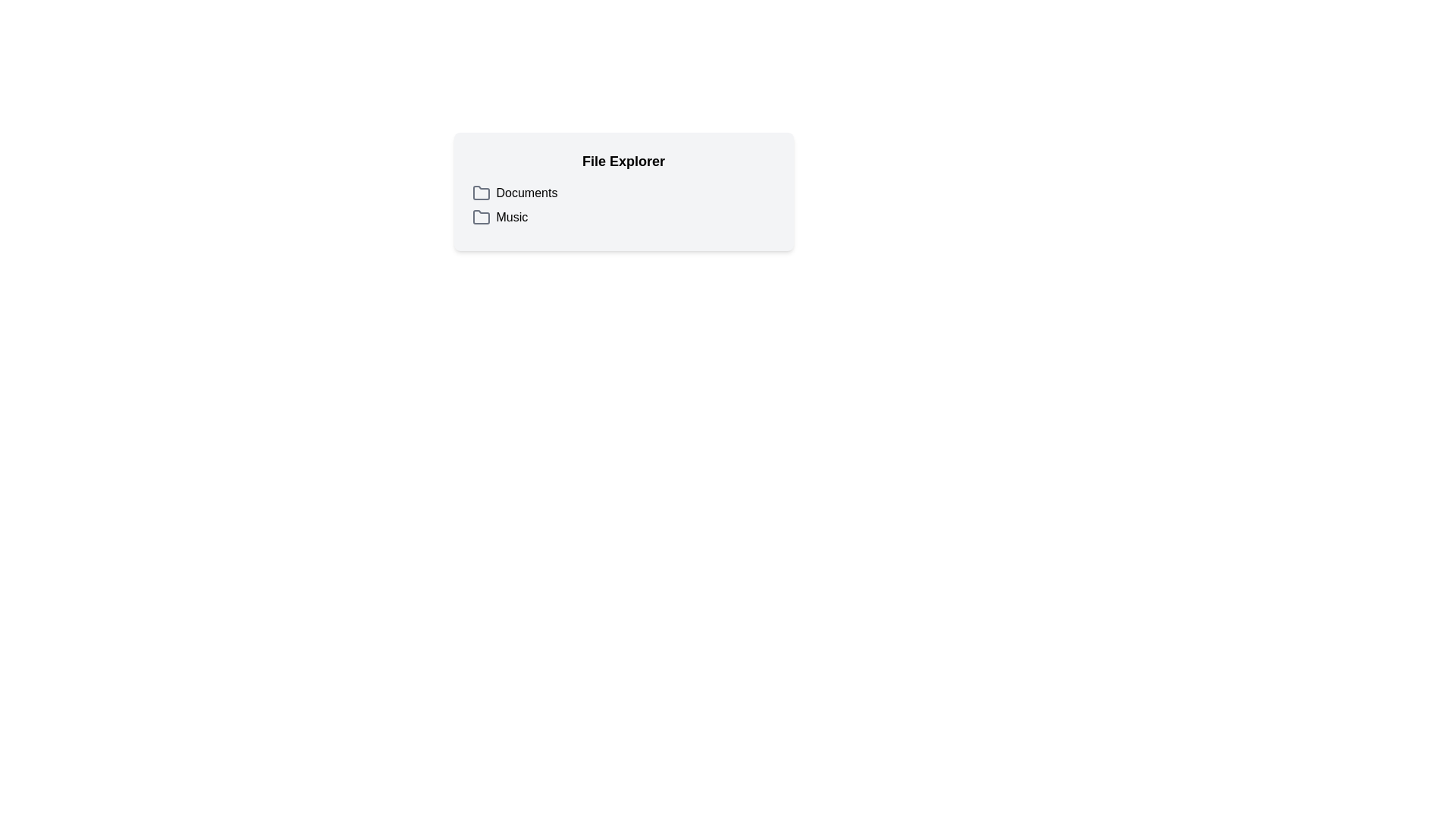 The width and height of the screenshot is (1456, 819). I want to click on the text label reading 'Documents', so click(527, 192).